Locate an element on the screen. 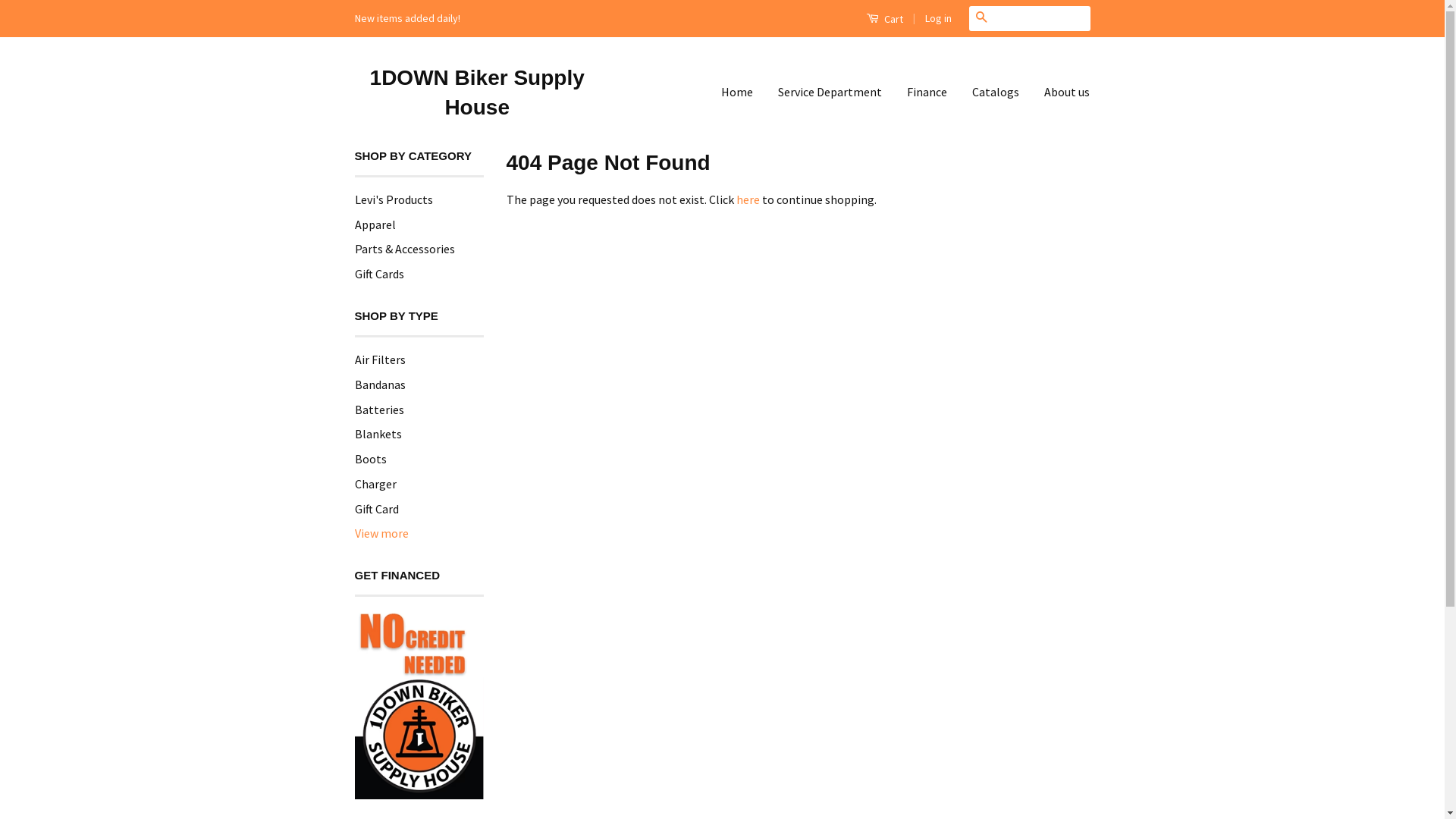  'Parts & Accessories' is located at coordinates (404, 247).